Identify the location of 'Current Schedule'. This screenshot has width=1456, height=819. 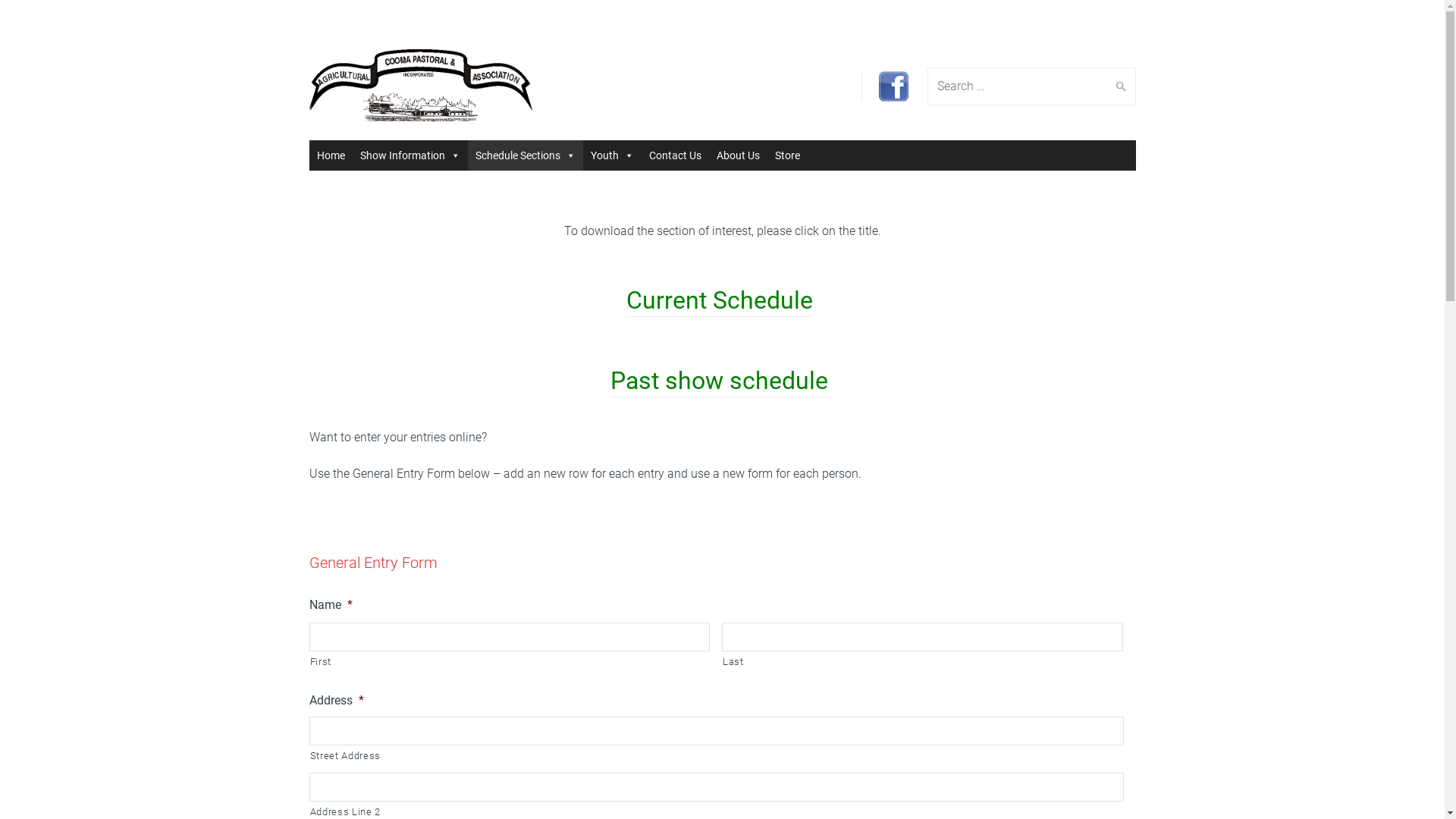
(719, 300).